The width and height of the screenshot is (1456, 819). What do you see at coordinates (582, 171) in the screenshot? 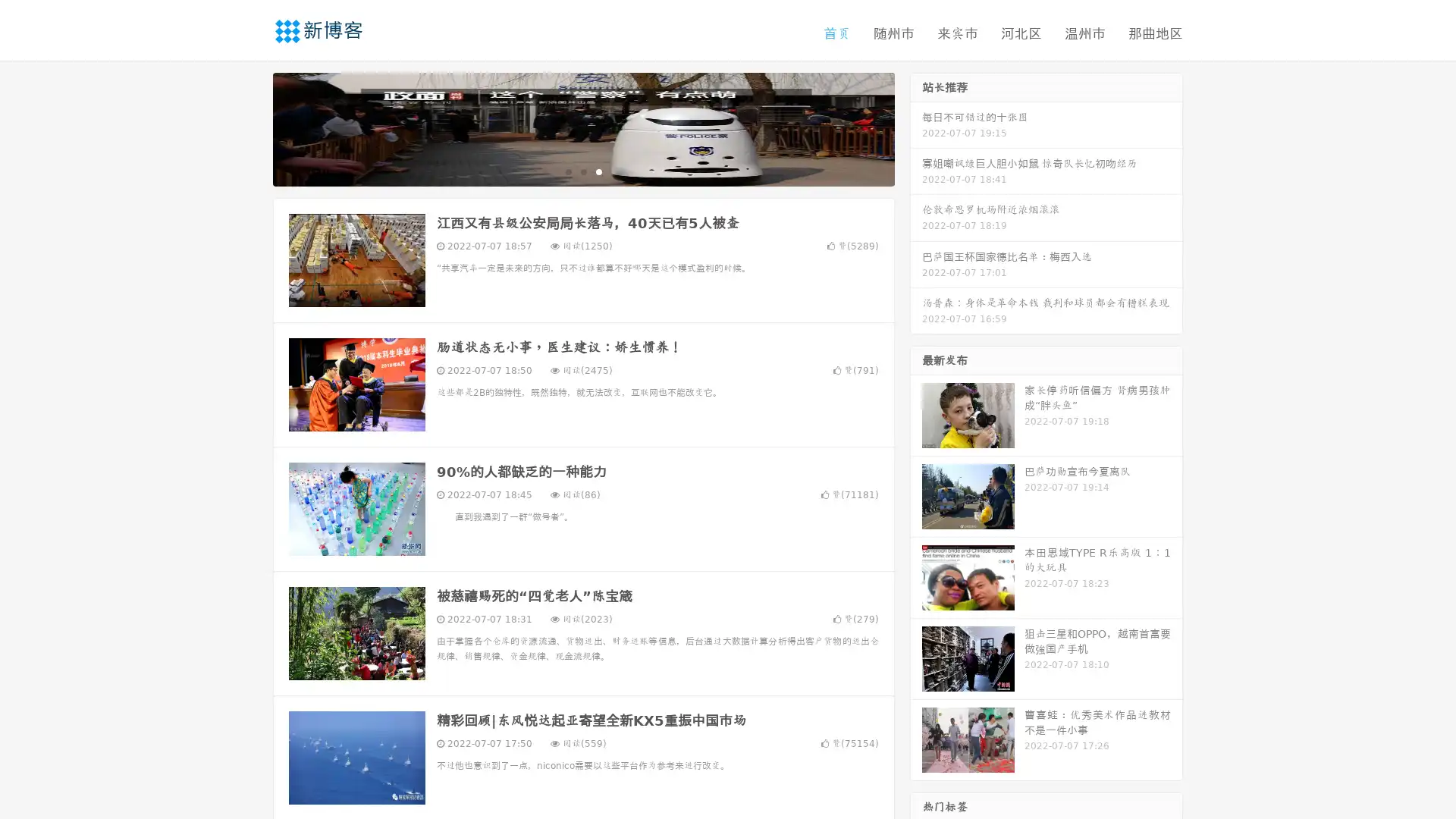
I see `Go to slide 2` at bounding box center [582, 171].